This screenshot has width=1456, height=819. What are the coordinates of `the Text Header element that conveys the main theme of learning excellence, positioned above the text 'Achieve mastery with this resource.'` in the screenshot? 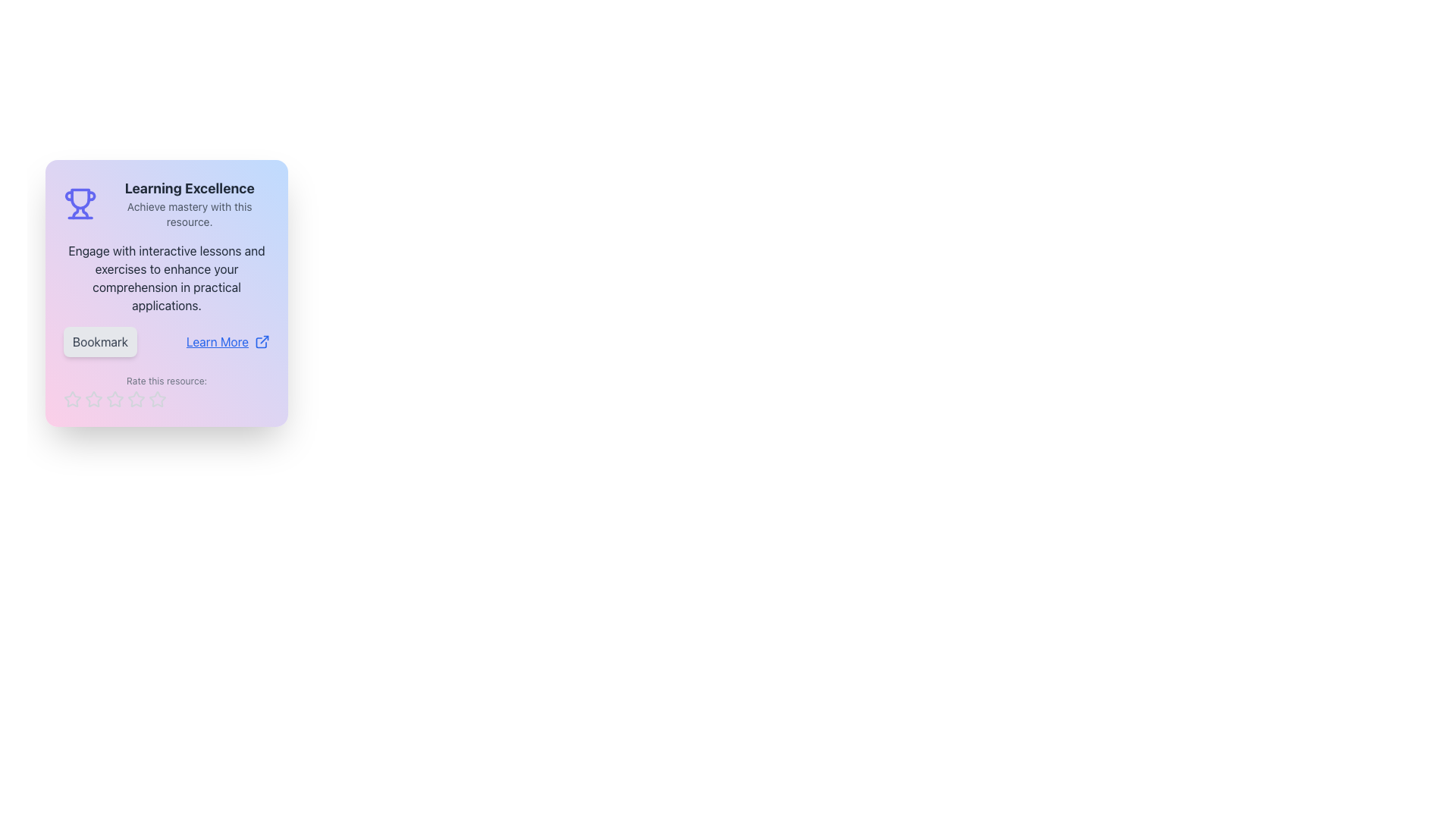 It's located at (189, 188).